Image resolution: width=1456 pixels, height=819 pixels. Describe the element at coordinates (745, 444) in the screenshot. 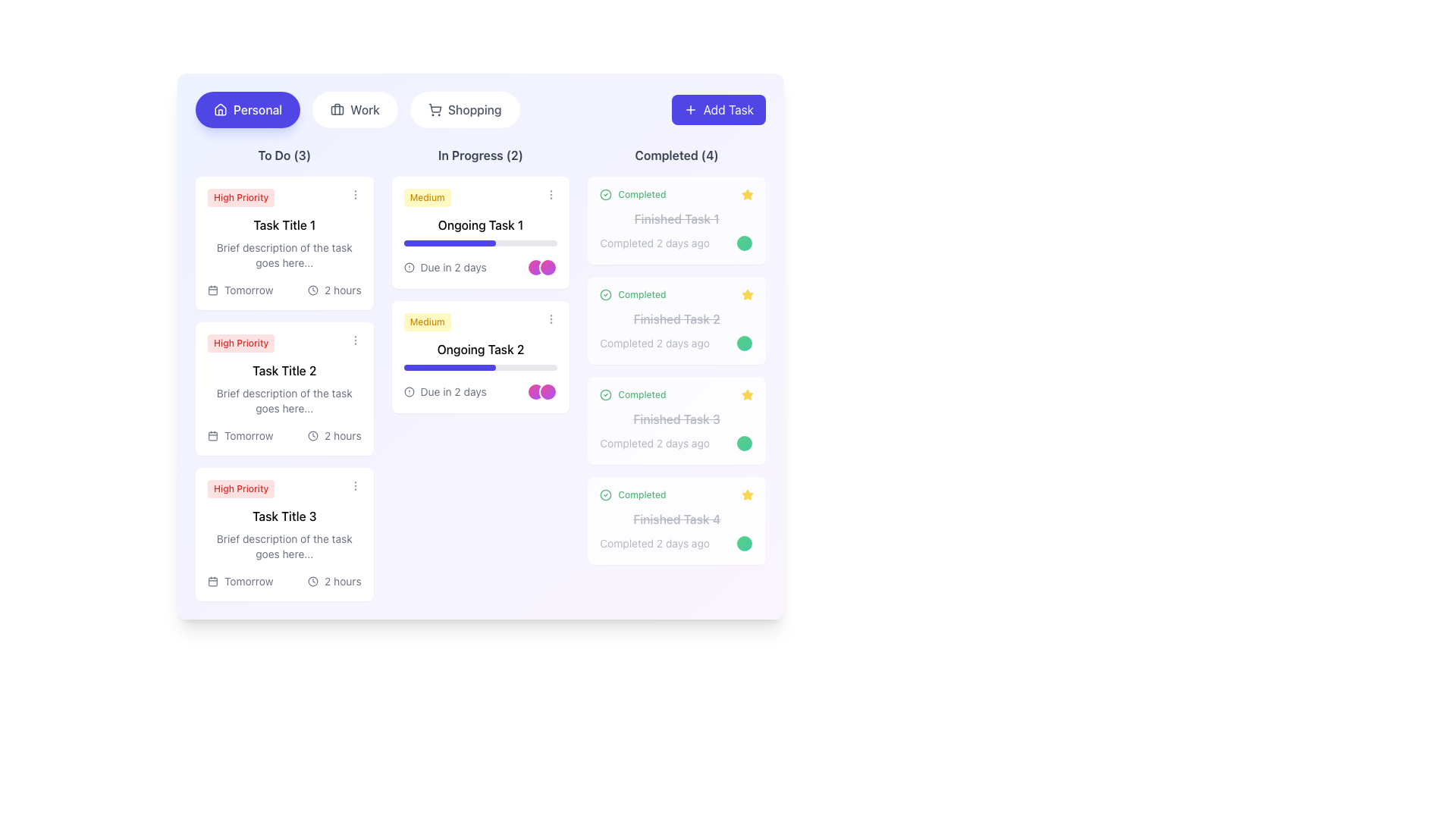

I see `the status indicator located in the 'Completed' section next to the text 'Completed 2 days ago' and adjacent to 'Finished Task 3'` at that location.